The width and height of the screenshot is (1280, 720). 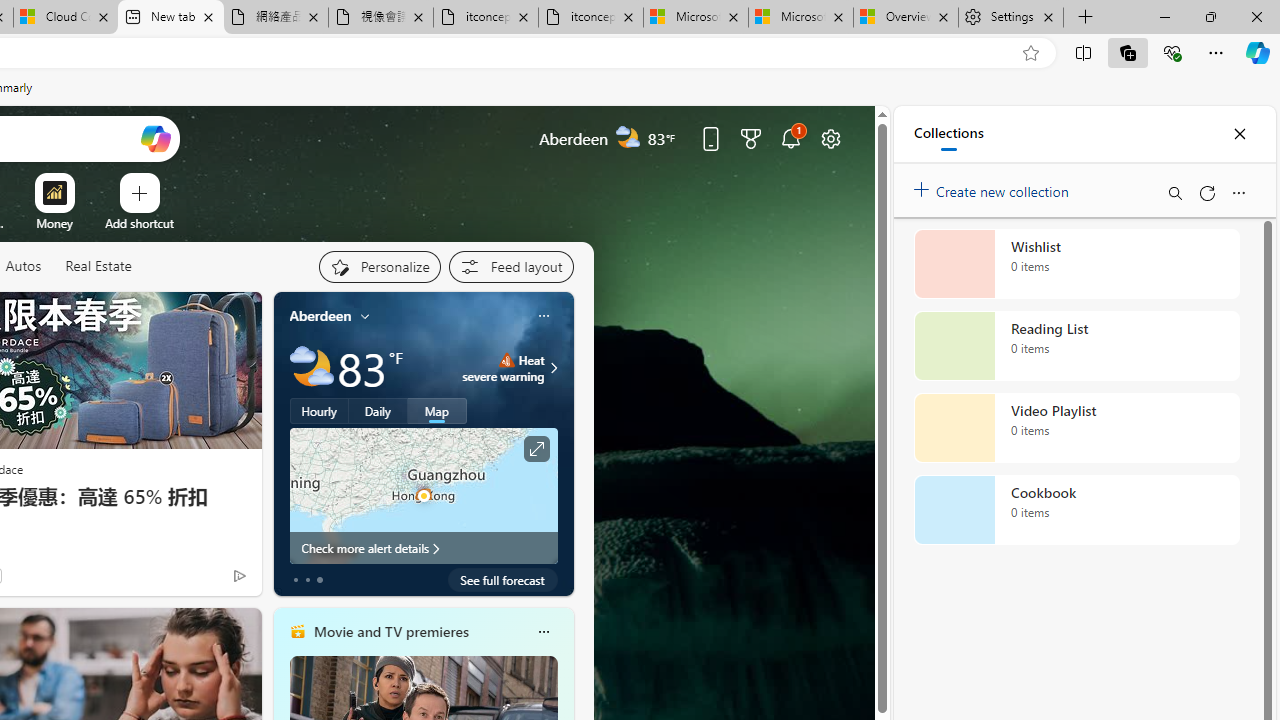 I want to click on 'Heat - Severe', so click(x=506, y=360).